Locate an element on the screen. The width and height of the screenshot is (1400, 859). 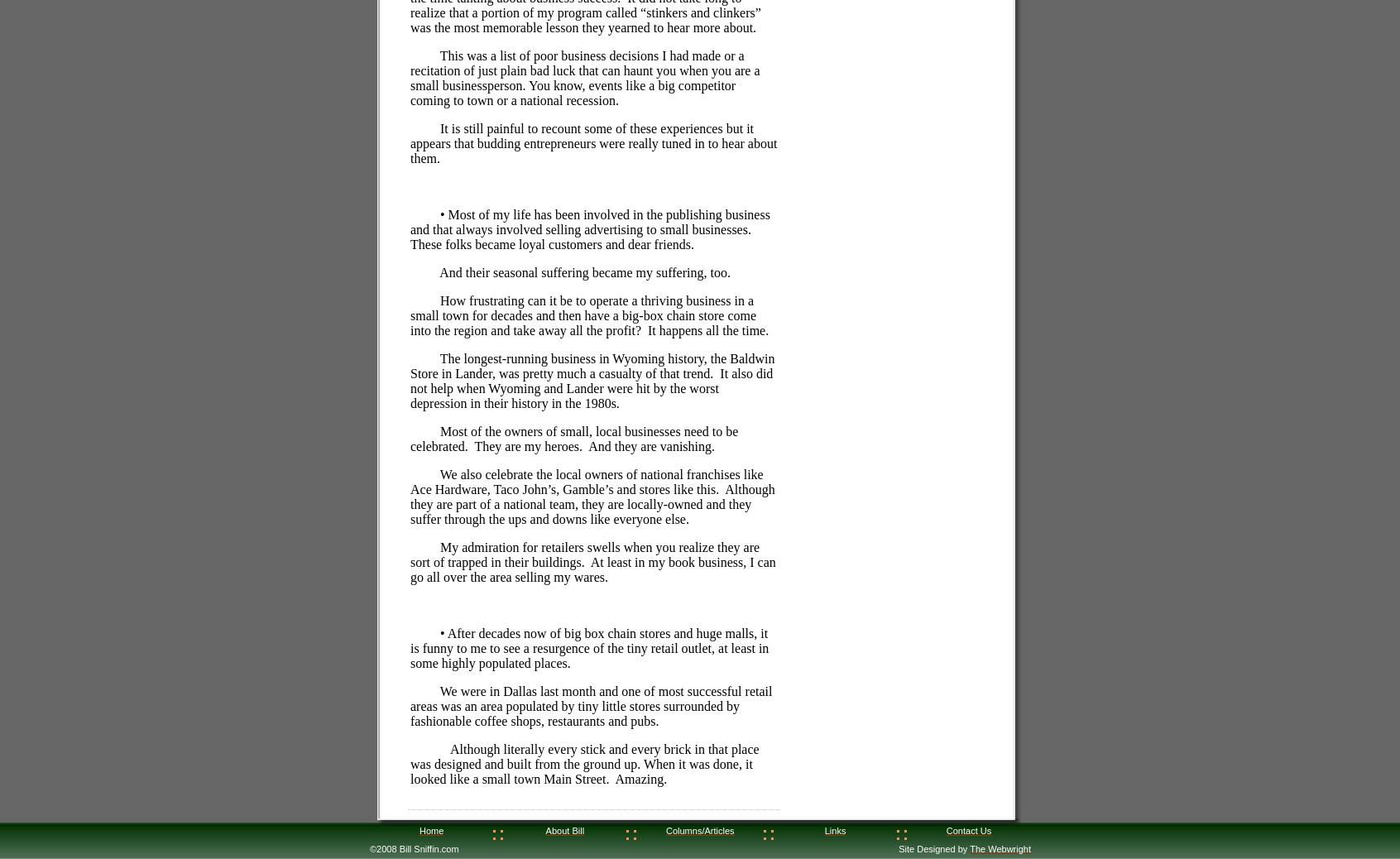
'It
also did not help when Wyoming and Lander were hit by the worst depression in
their history in the 1980s.' is located at coordinates (591, 387).